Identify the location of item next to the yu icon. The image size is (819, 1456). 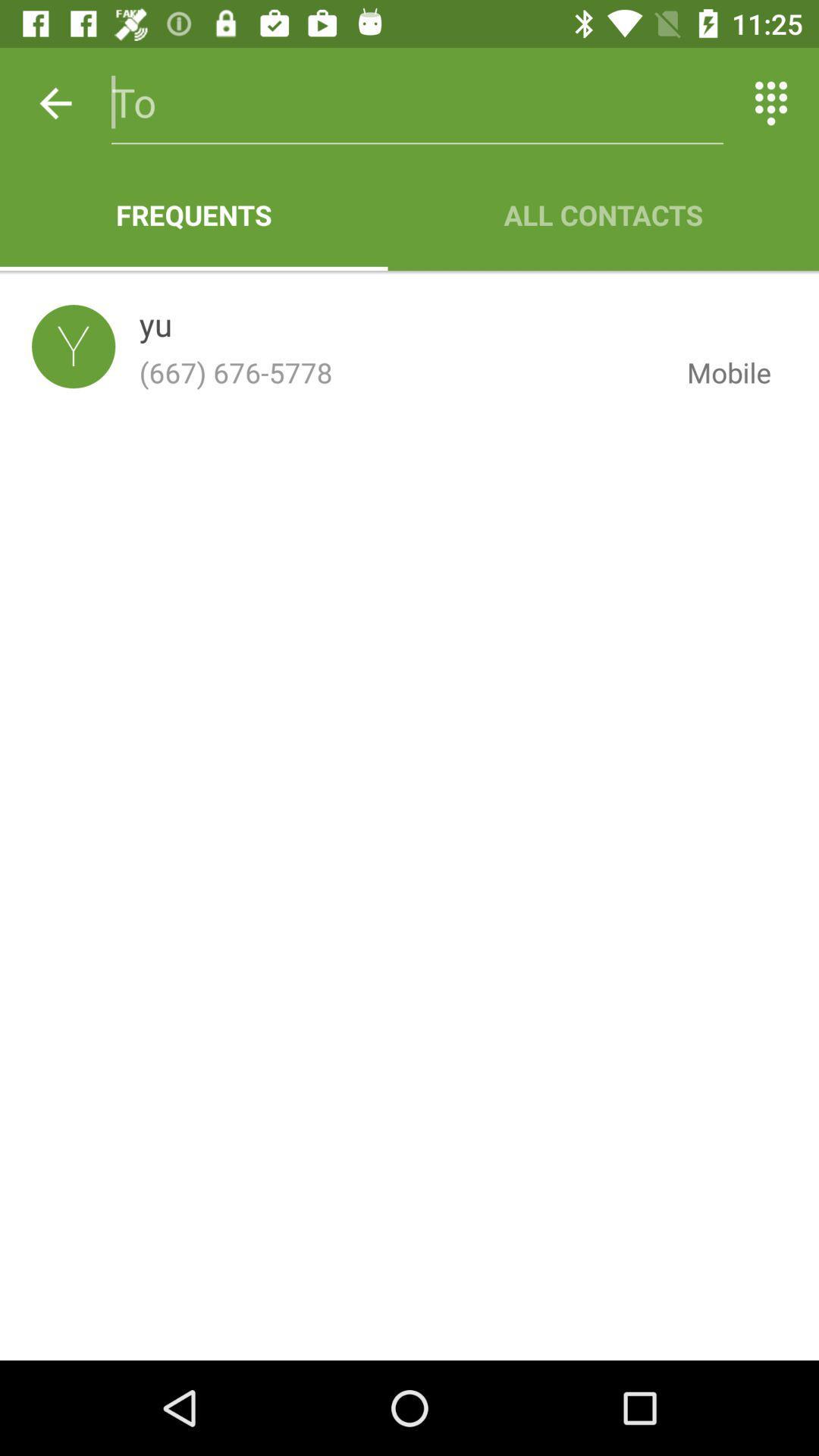
(74, 346).